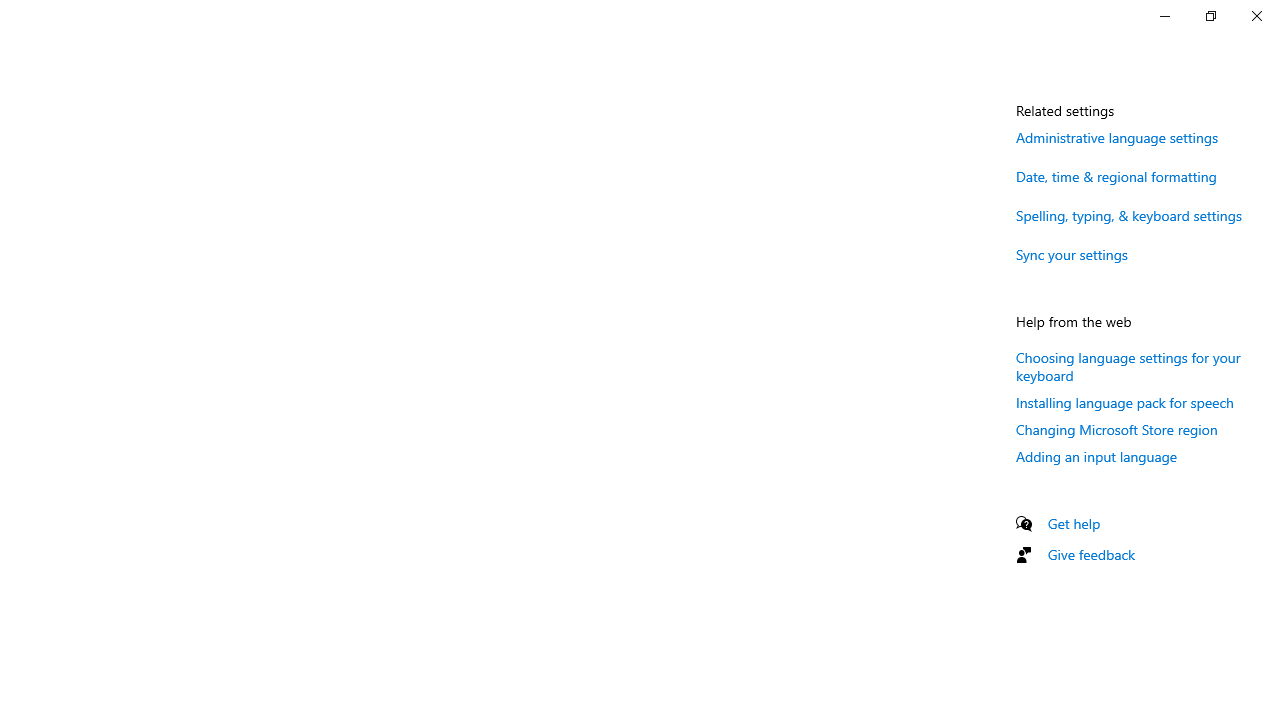 Image resolution: width=1280 pixels, height=720 pixels. I want to click on 'Sync your settings', so click(1071, 253).